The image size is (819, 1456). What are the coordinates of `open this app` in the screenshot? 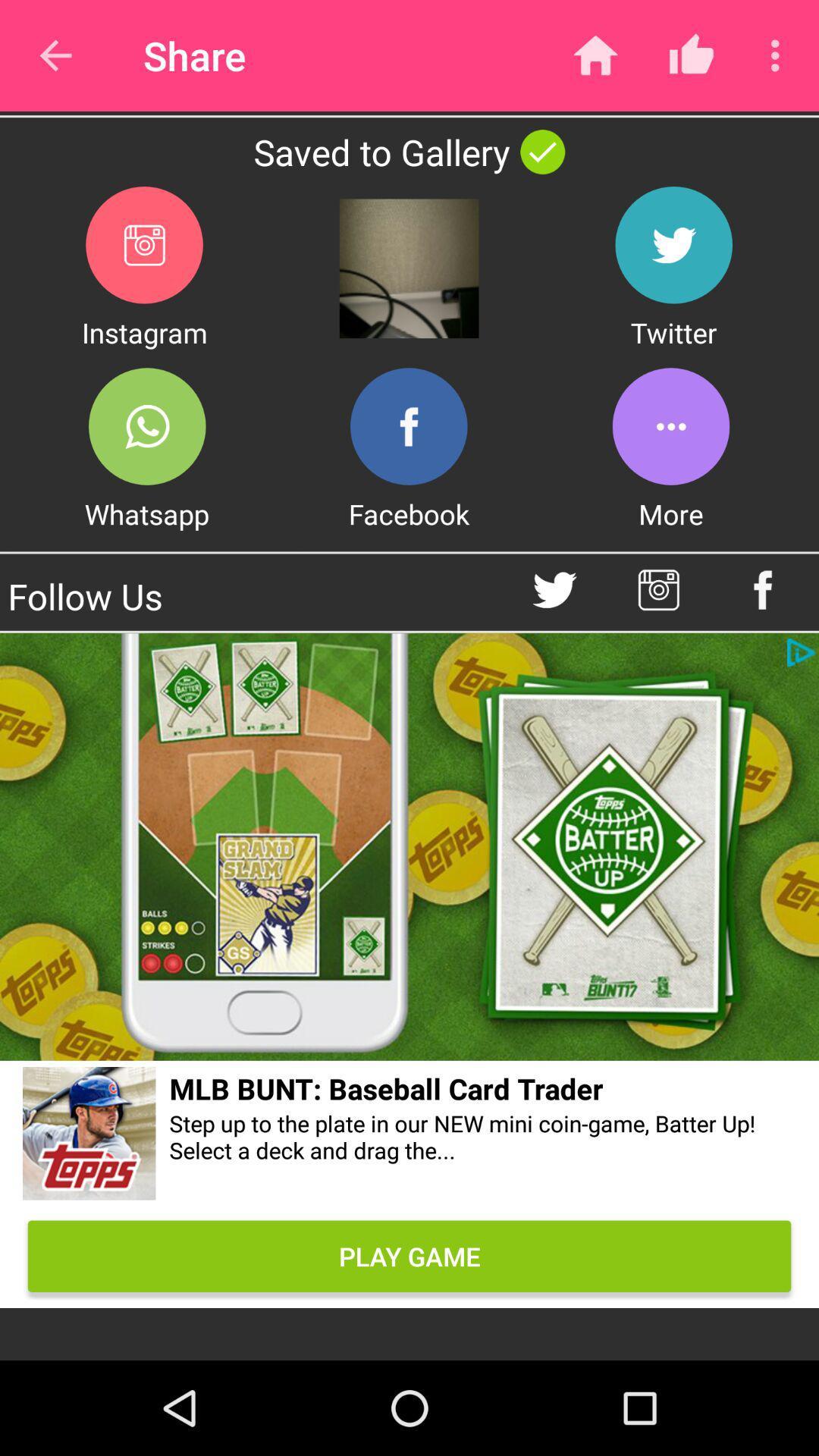 It's located at (147, 425).